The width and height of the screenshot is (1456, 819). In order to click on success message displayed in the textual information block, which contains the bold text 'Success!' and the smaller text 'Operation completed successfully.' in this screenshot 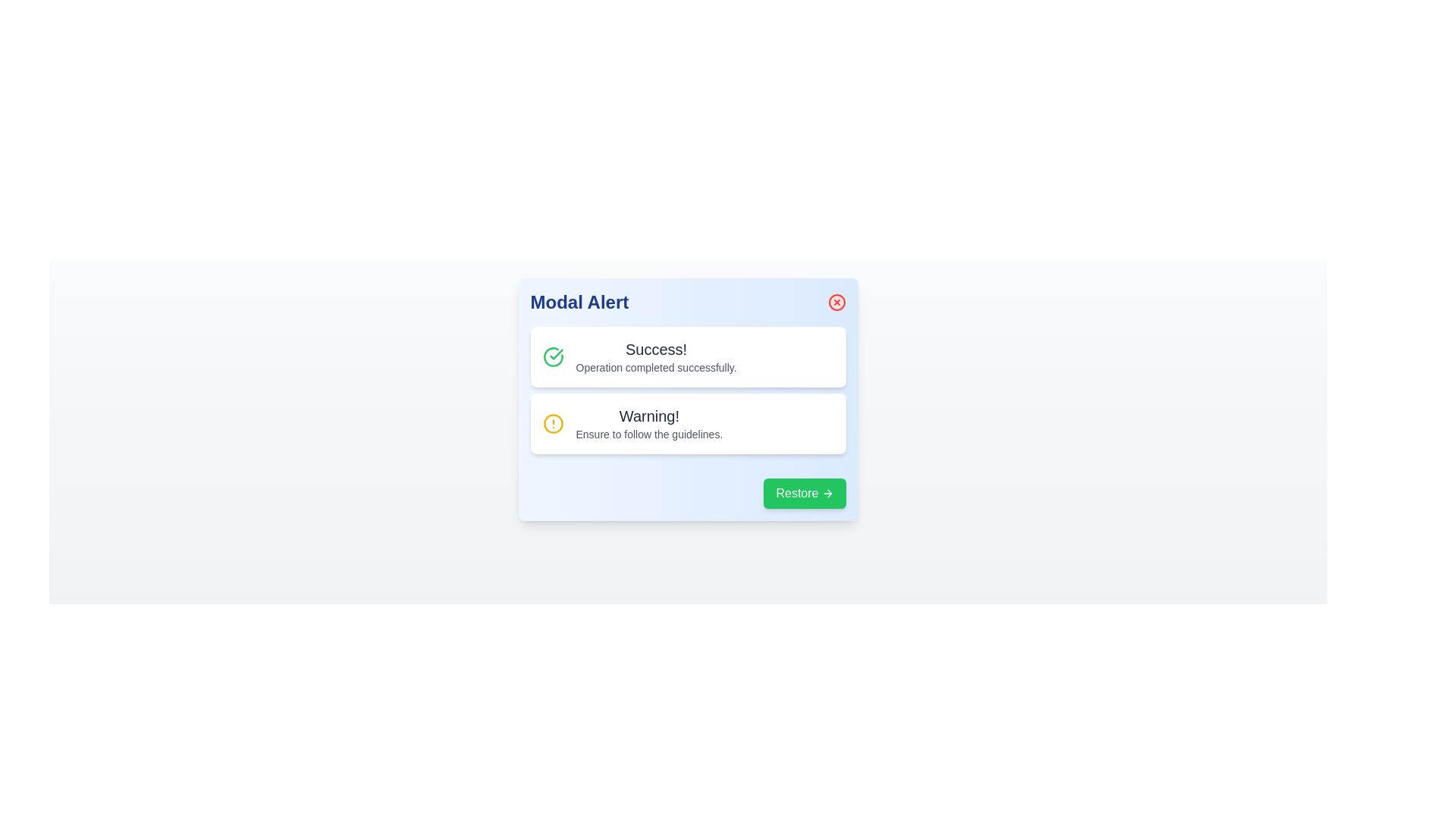, I will do `click(656, 356)`.